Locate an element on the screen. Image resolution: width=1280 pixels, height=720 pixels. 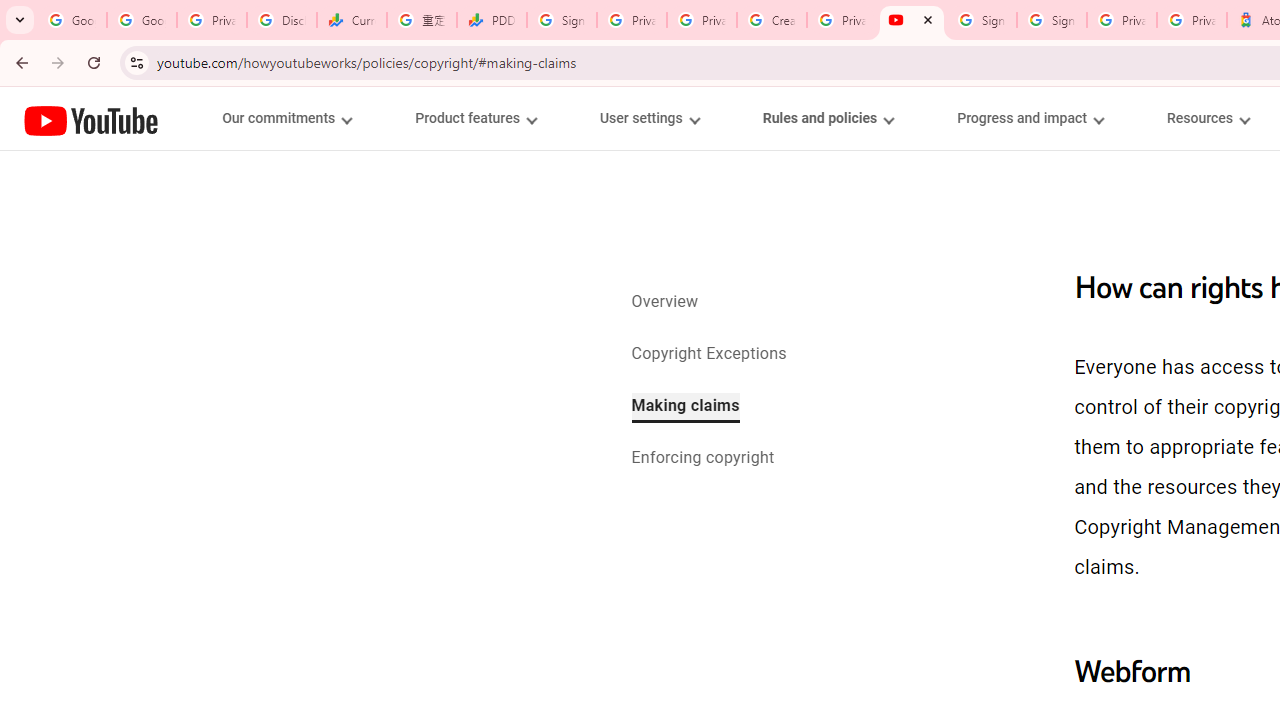
'Product features menupopup' is located at coordinates (474, 118).